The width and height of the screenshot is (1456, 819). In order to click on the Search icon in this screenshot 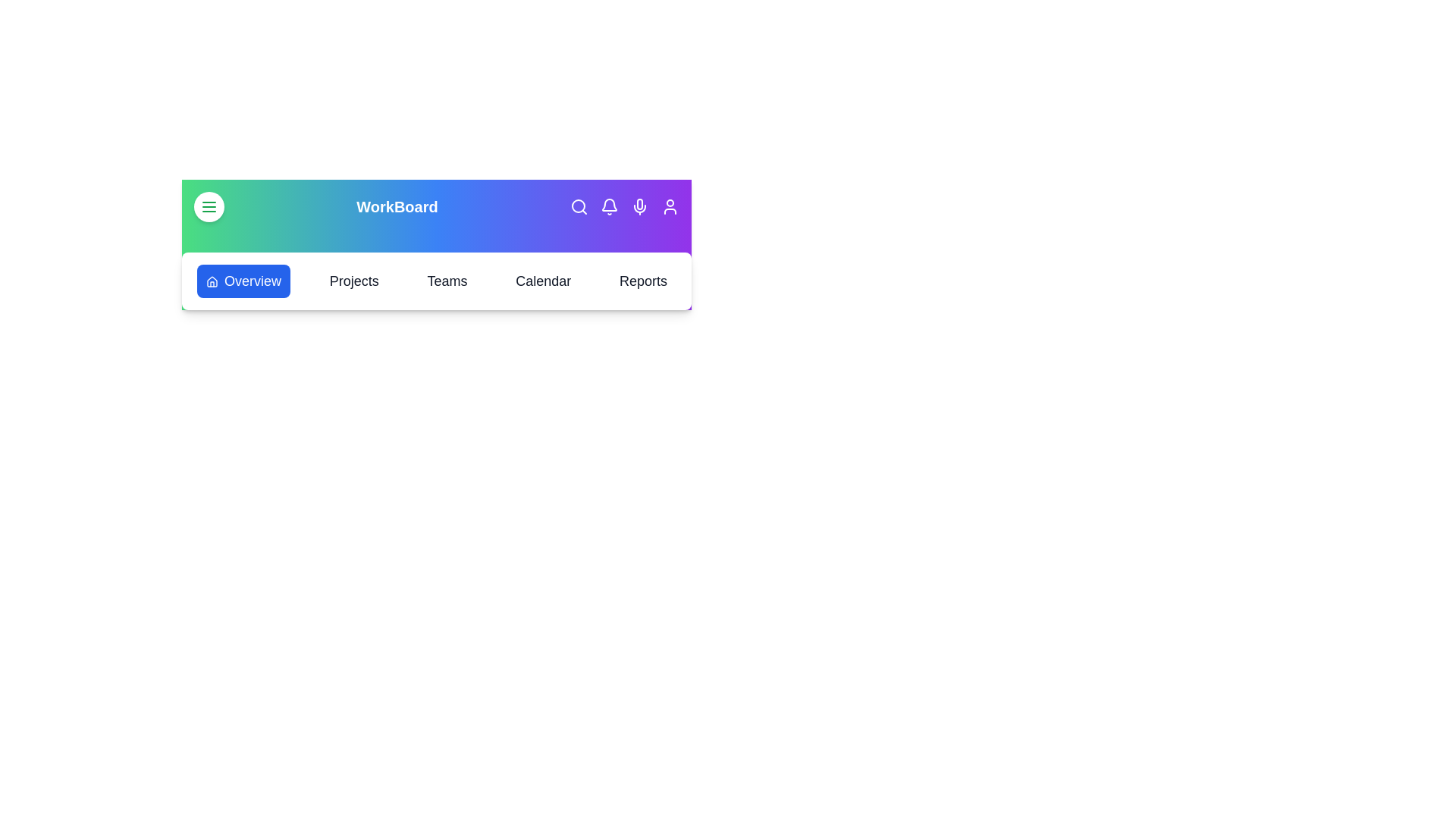, I will do `click(578, 207)`.